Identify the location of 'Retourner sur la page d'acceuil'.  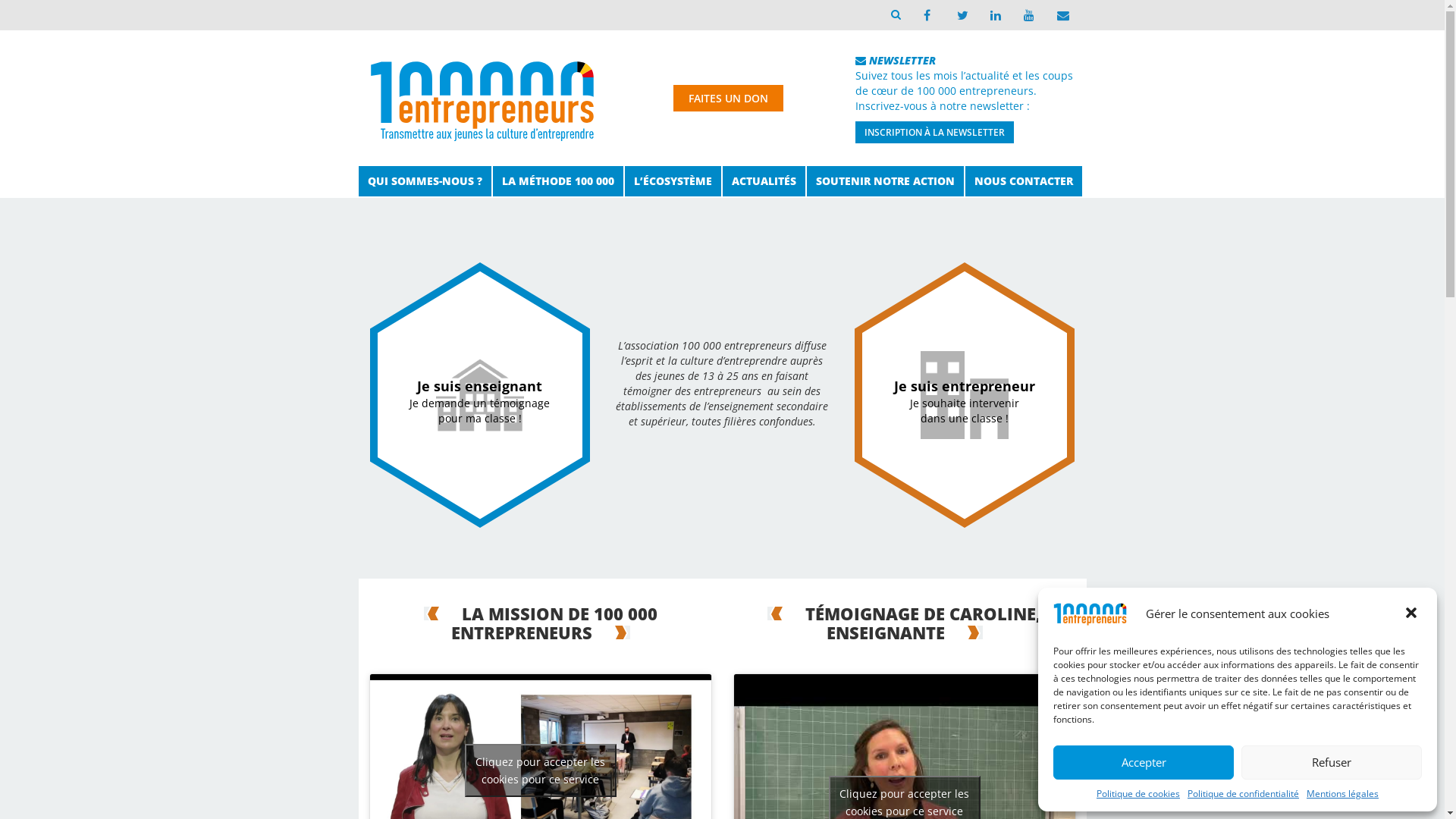
(481, 96).